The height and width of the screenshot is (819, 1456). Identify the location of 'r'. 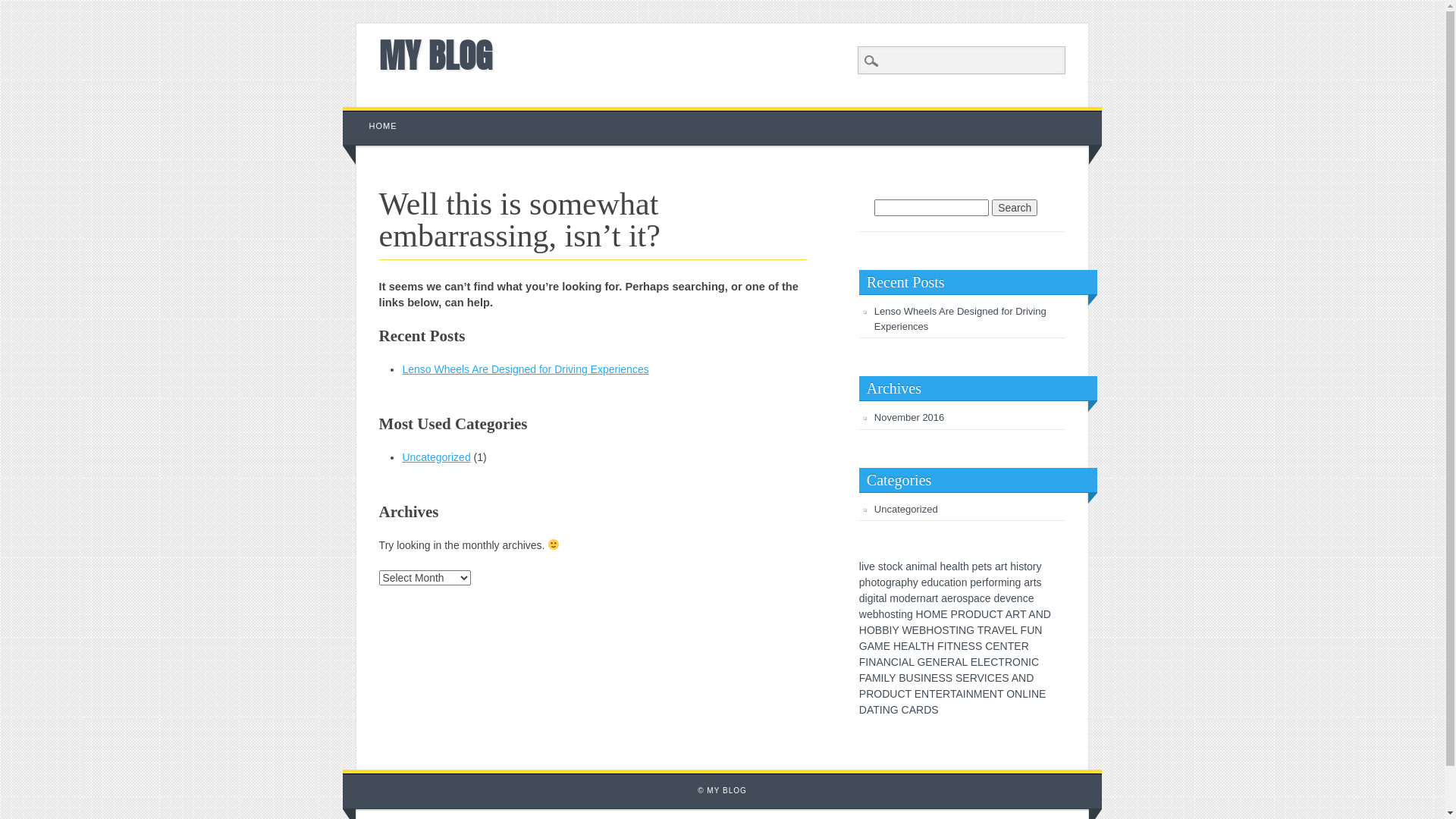
(996, 581).